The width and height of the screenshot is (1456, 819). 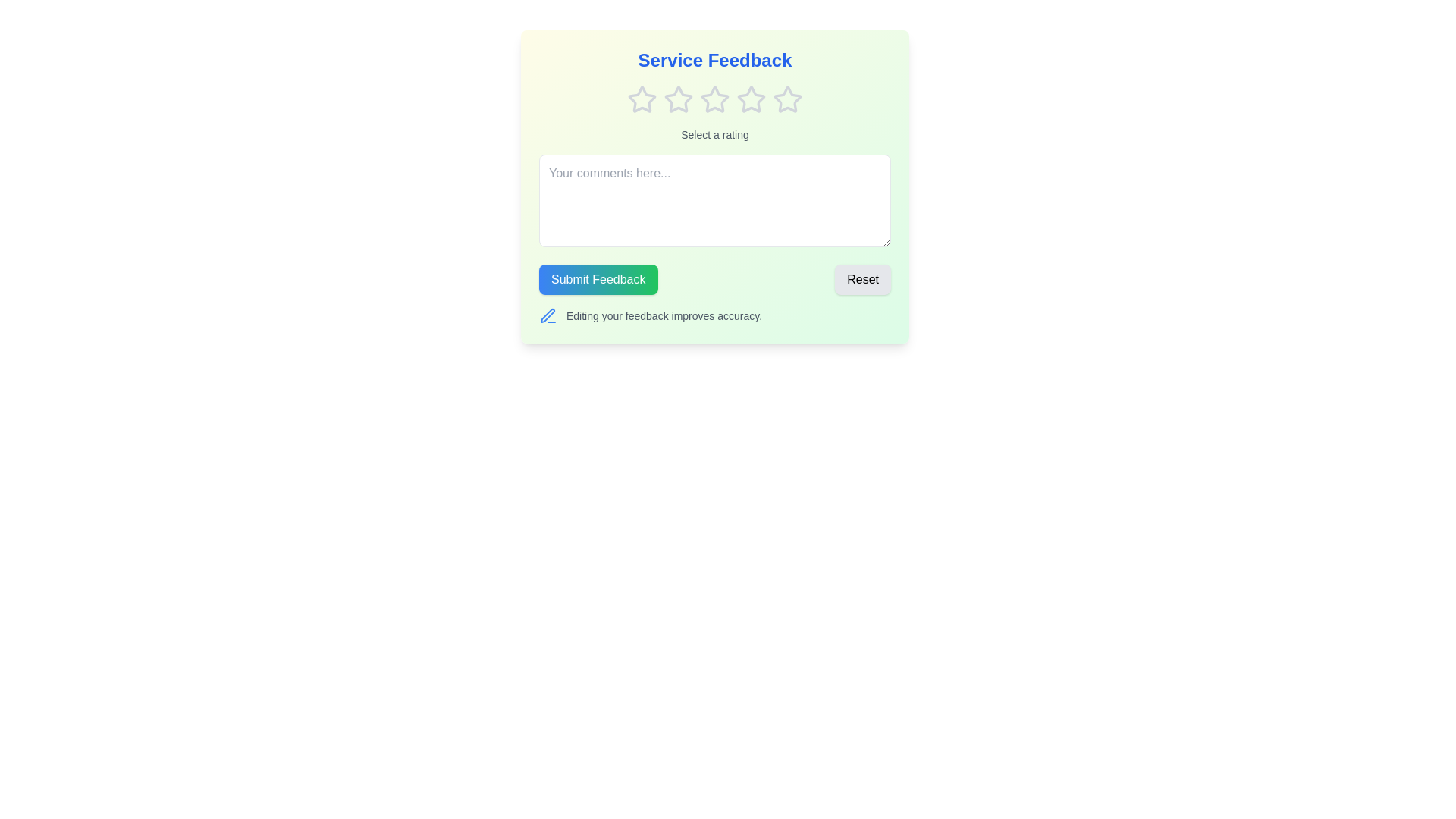 I want to click on the middle rating star icon, which is a star-shaped icon with a thin gray outline, positioned in the third position among five identical stars in a horizontal row on the feedback form interface, so click(x=714, y=99).